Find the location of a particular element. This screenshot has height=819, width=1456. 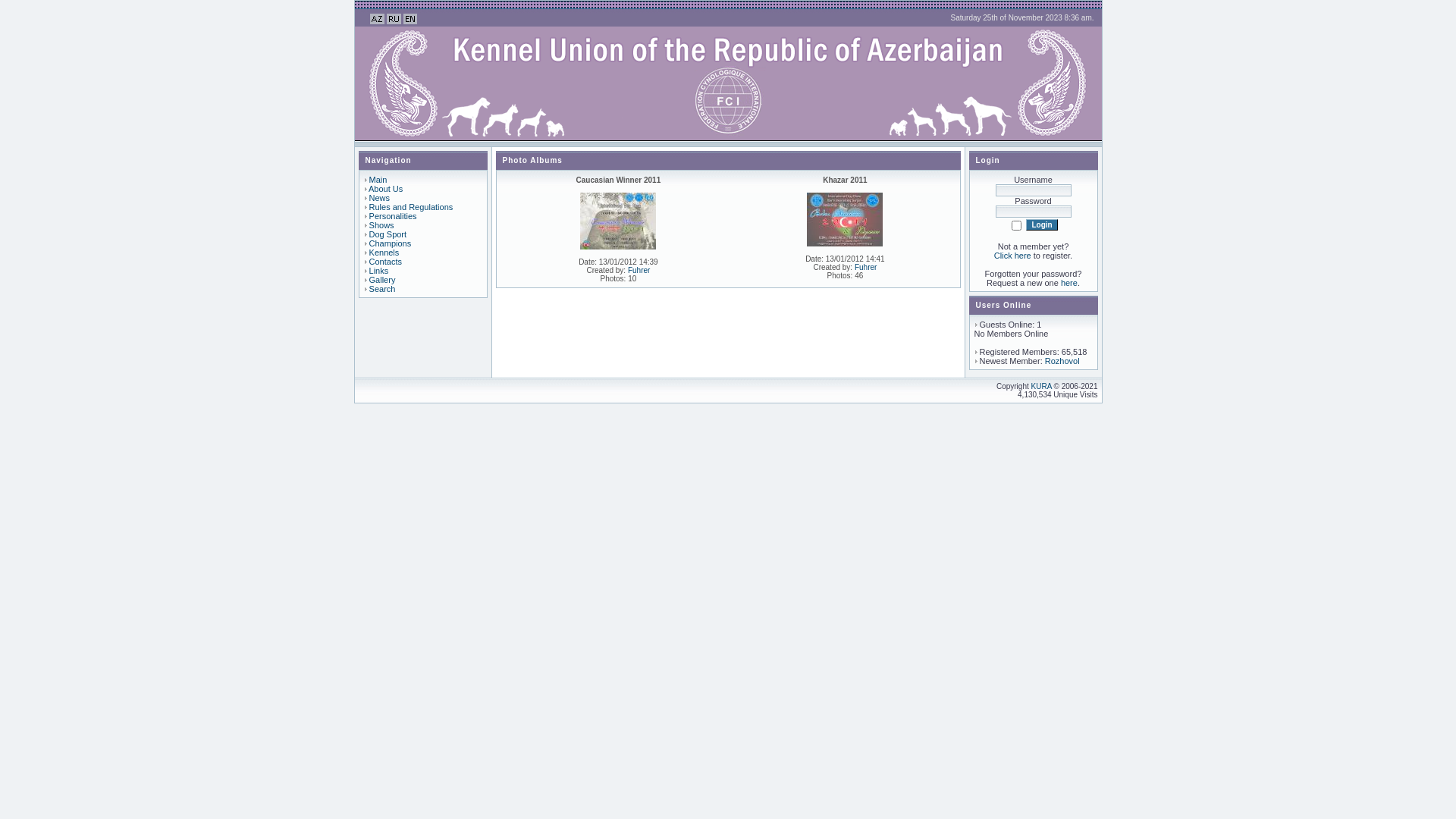

'Champions' is located at coordinates (390, 242).